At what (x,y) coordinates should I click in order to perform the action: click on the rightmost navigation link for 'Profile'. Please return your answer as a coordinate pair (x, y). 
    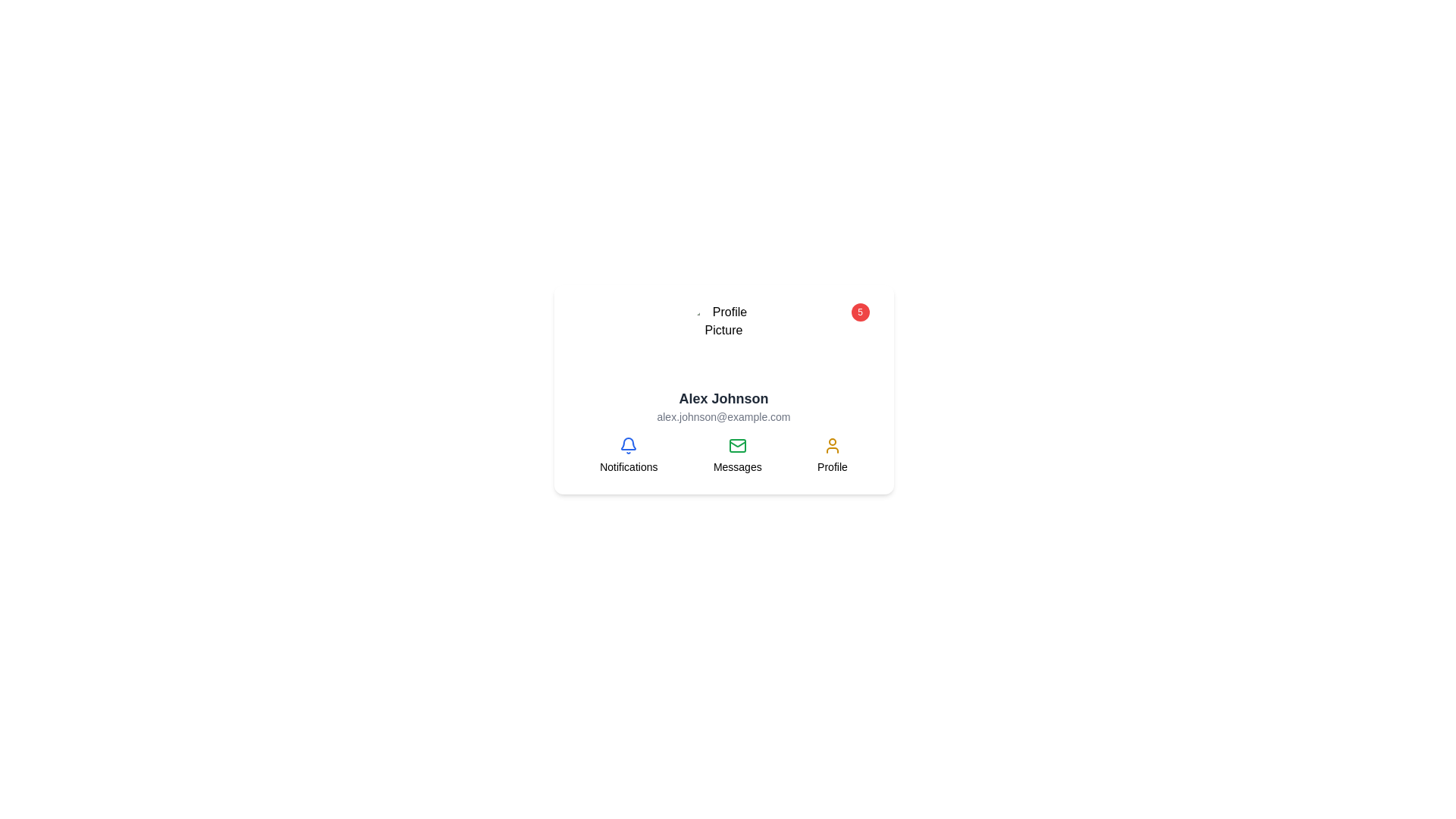
    Looking at the image, I should click on (831, 455).